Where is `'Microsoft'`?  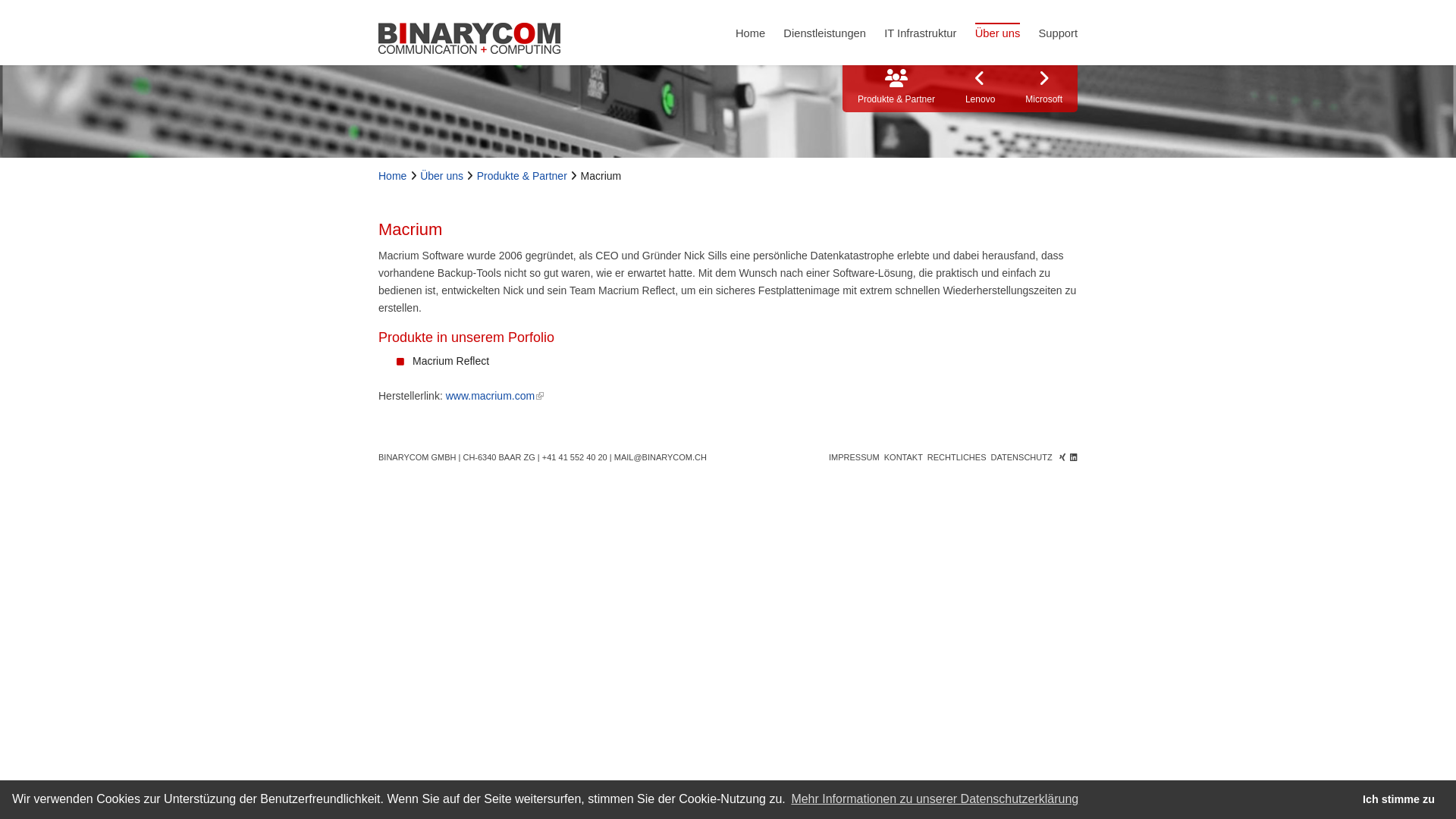 'Microsoft' is located at coordinates (1043, 88).